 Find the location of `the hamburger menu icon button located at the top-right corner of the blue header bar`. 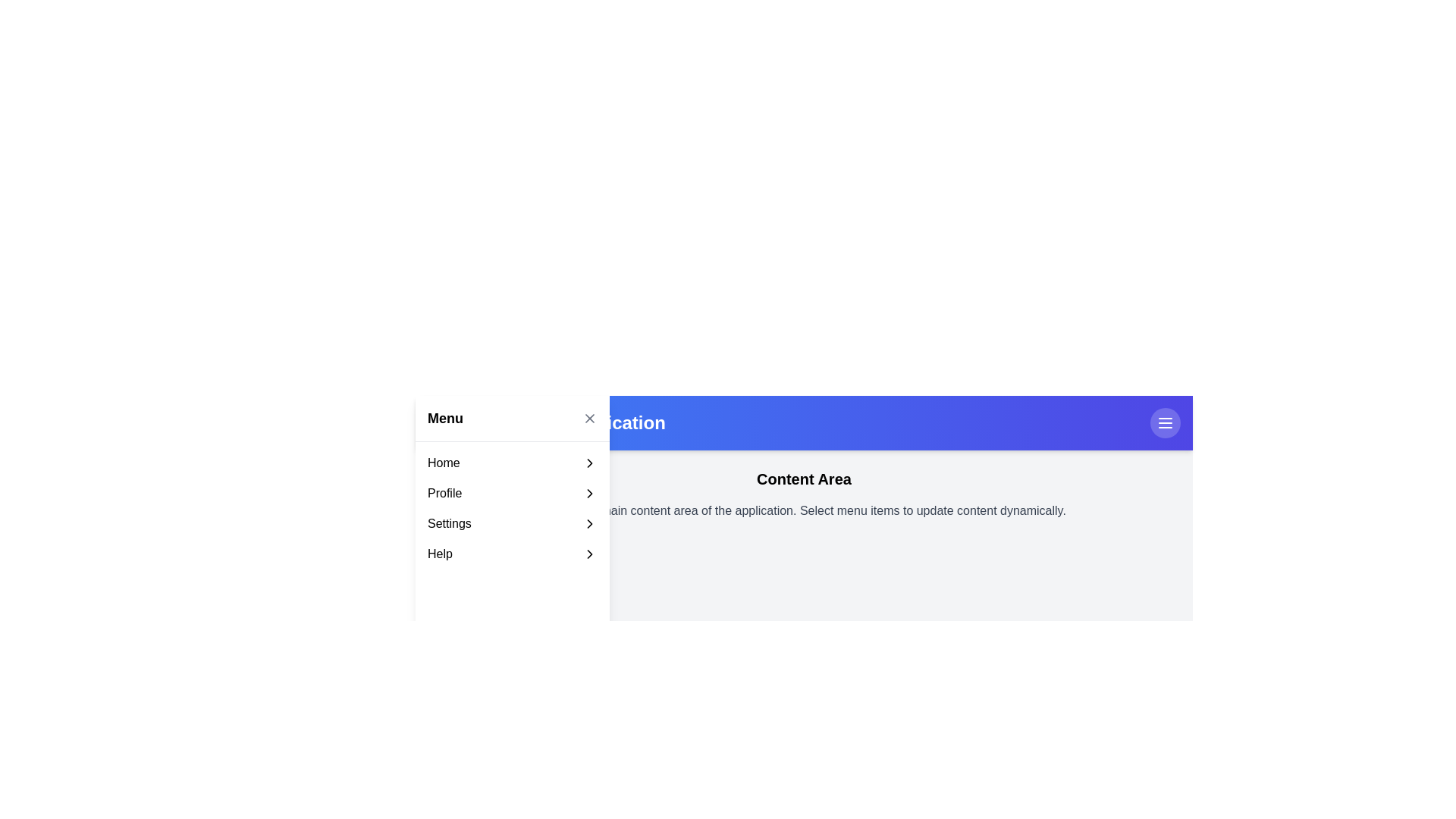

the hamburger menu icon button located at the top-right corner of the blue header bar is located at coordinates (1164, 423).